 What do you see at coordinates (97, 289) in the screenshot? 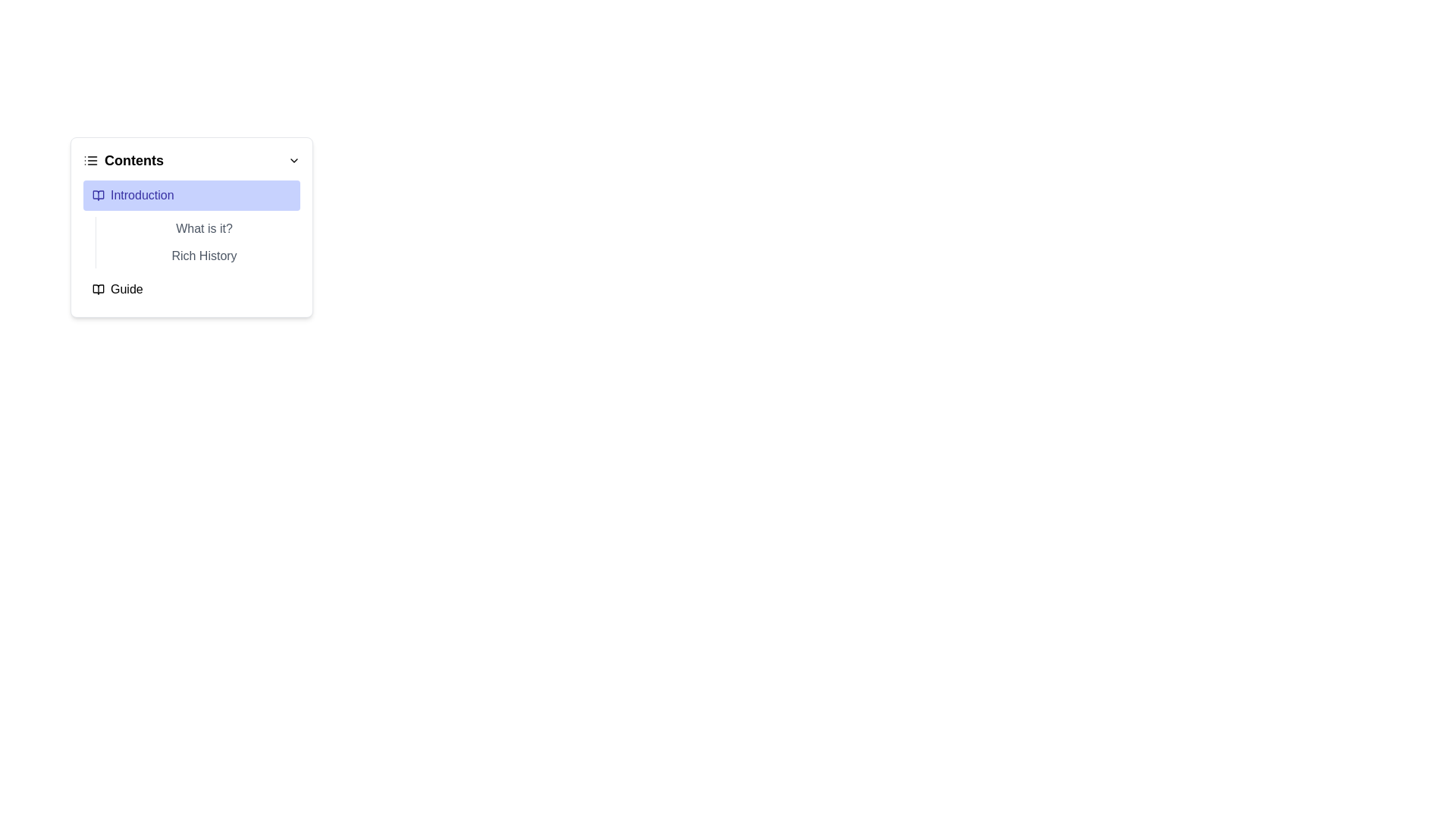
I see `the decorative icon located to the immediate left of the 'Guide' text in the 'Contents' section` at bounding box center [97, 289].